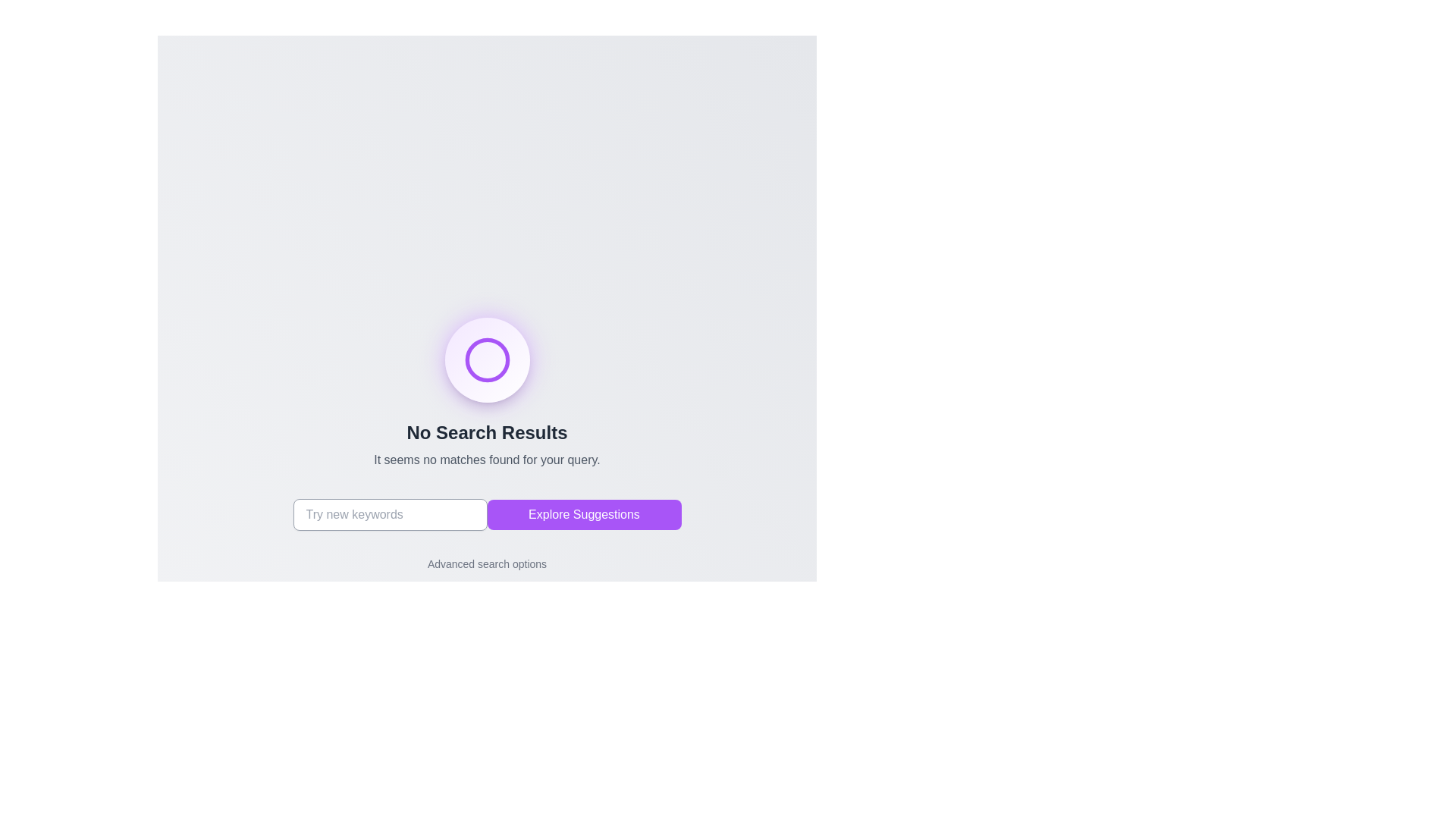 The width and height of the screenshot is (1456, 819). Describe the element at coordinates (583, 513) in the screenshot. I see `the purple rectangular button labeled 'Explore Suggestions' to observe its hover effects` at that location.